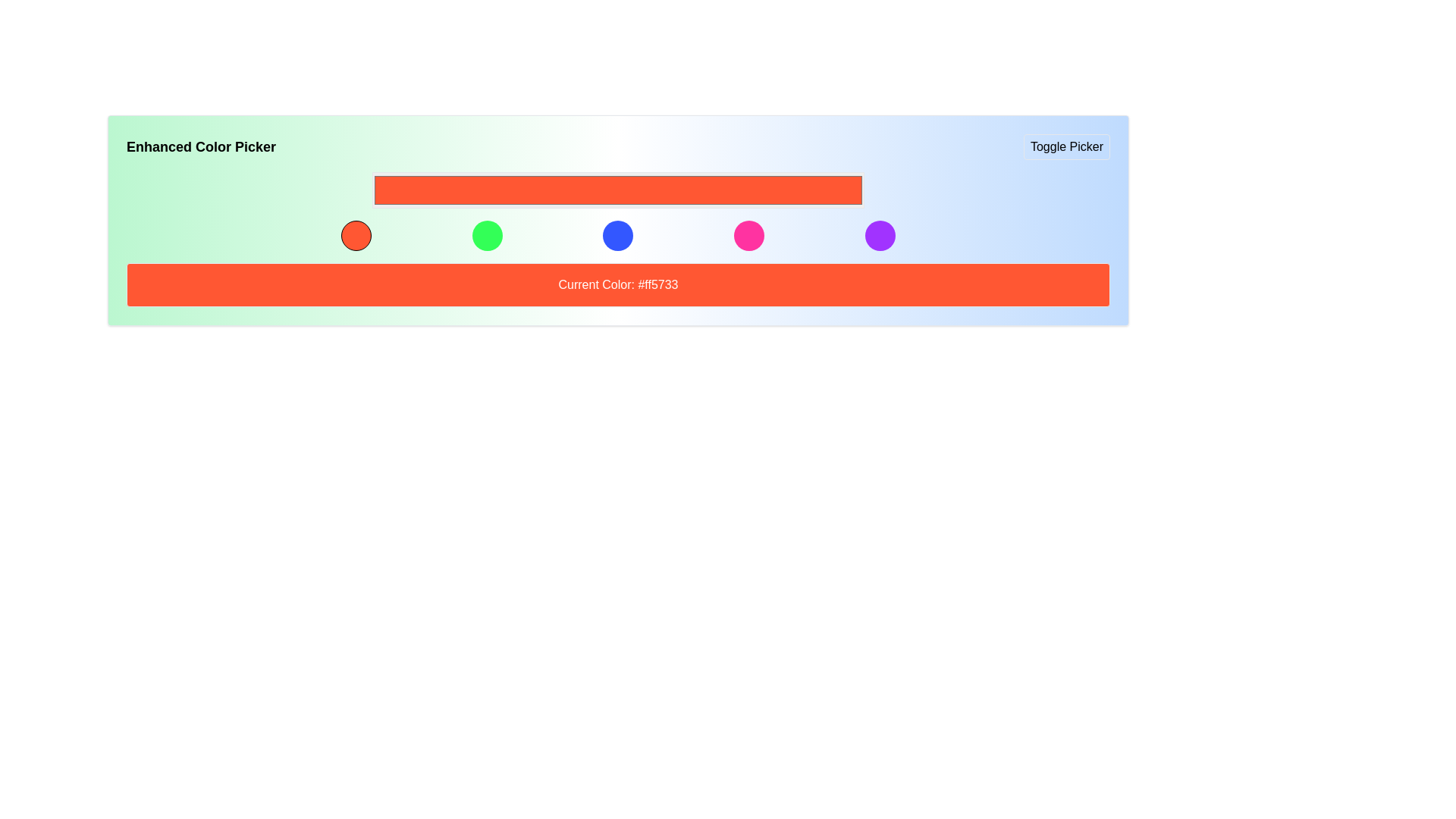 Image resolution: width=1456 pixels, height=819 pixels. What do you see at coordinates (200, 146) in the screenshot?
I see `the text label titled 'Enhanced Color Picker', which serves as a header for the interface` at bounding box center [200, 146].